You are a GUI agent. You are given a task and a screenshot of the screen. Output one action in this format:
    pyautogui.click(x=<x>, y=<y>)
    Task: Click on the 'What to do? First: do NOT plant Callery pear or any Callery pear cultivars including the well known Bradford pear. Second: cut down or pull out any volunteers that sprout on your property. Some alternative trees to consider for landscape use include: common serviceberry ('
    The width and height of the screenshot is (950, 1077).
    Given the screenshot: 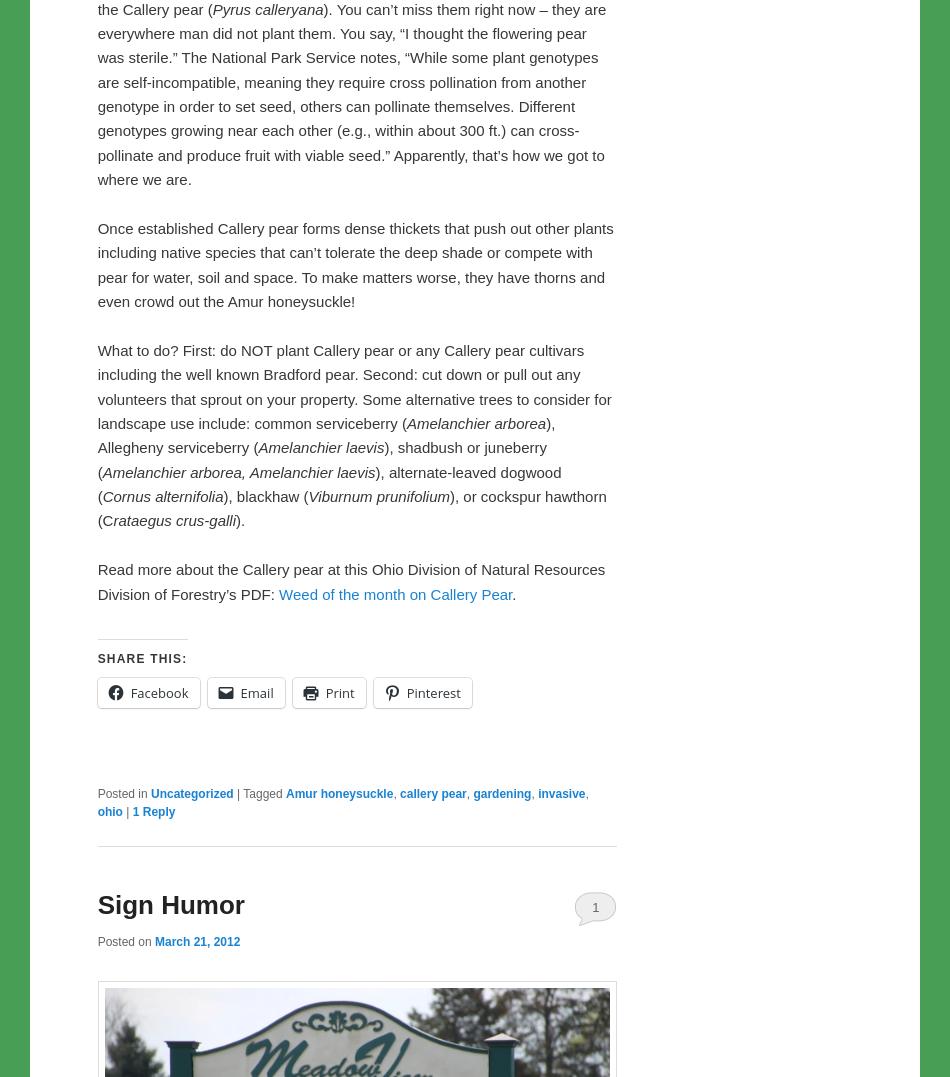 What is the action you would take?
    pyautogui.click(x=352, y=385)
    